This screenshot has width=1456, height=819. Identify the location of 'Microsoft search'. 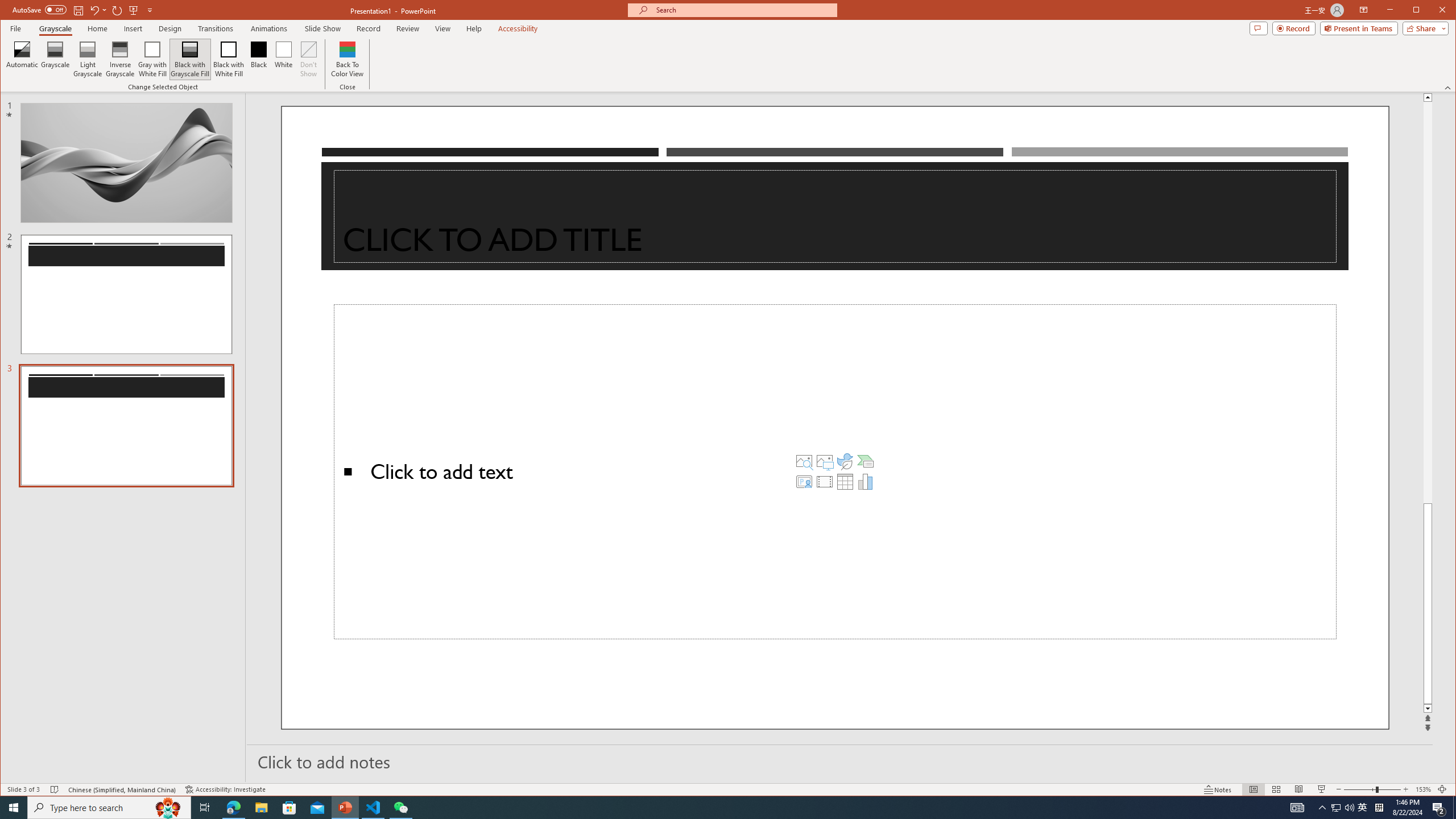
(742, 10).